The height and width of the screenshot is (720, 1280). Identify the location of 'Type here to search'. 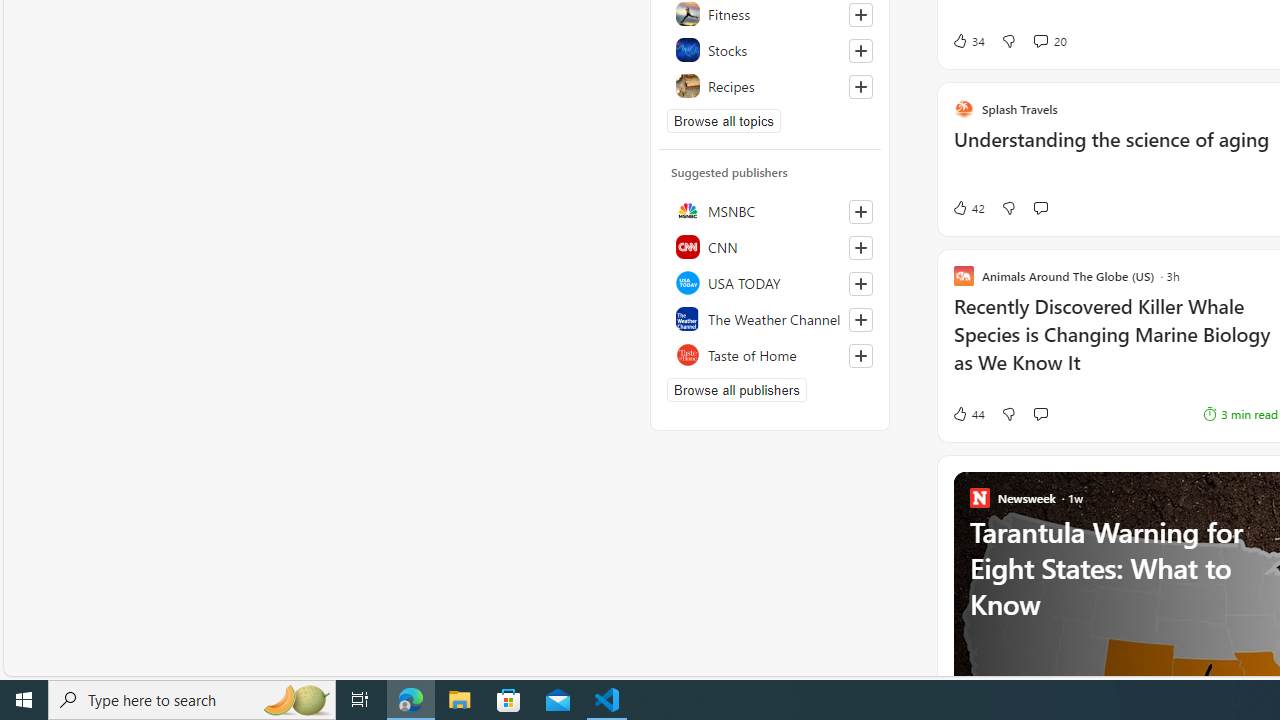
(192, 698).